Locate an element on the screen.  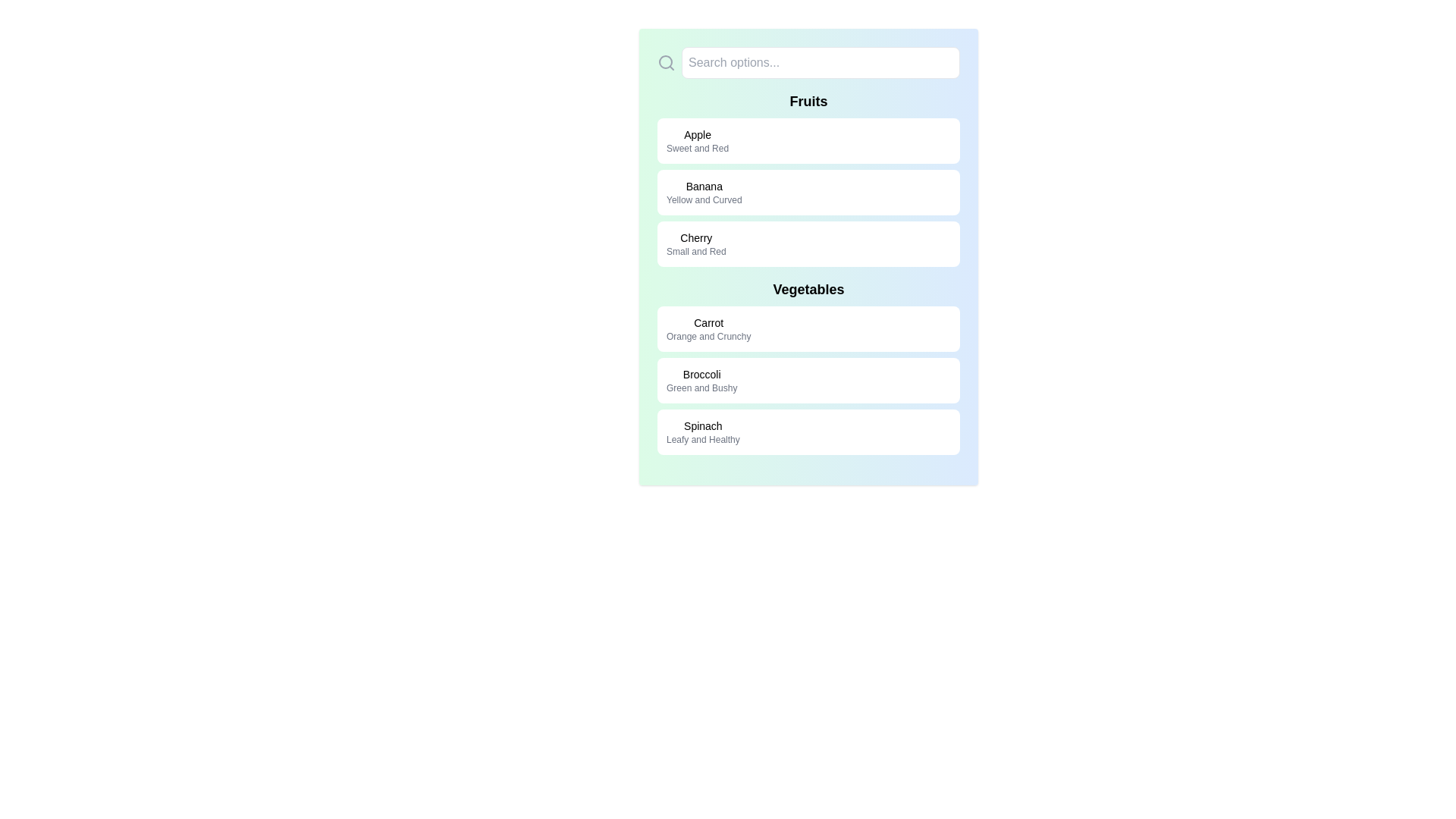
the Static text header that indicates the category of the items displayed below it, serving as a label for the section's content is located at coordinates (808, 102).